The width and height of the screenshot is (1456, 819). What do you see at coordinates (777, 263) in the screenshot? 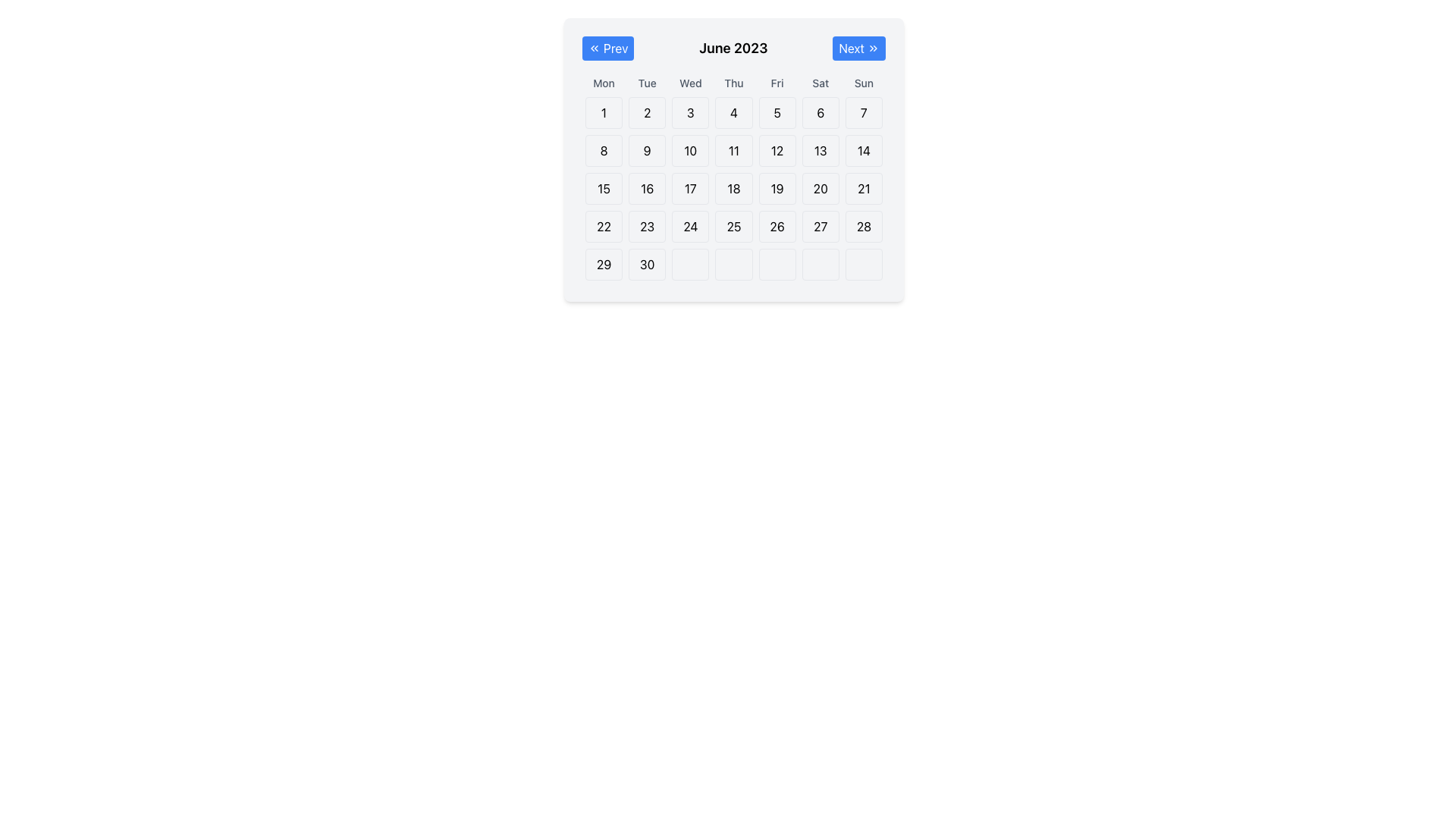
I see `the selectable date box located` at bounding box center [777, 263].